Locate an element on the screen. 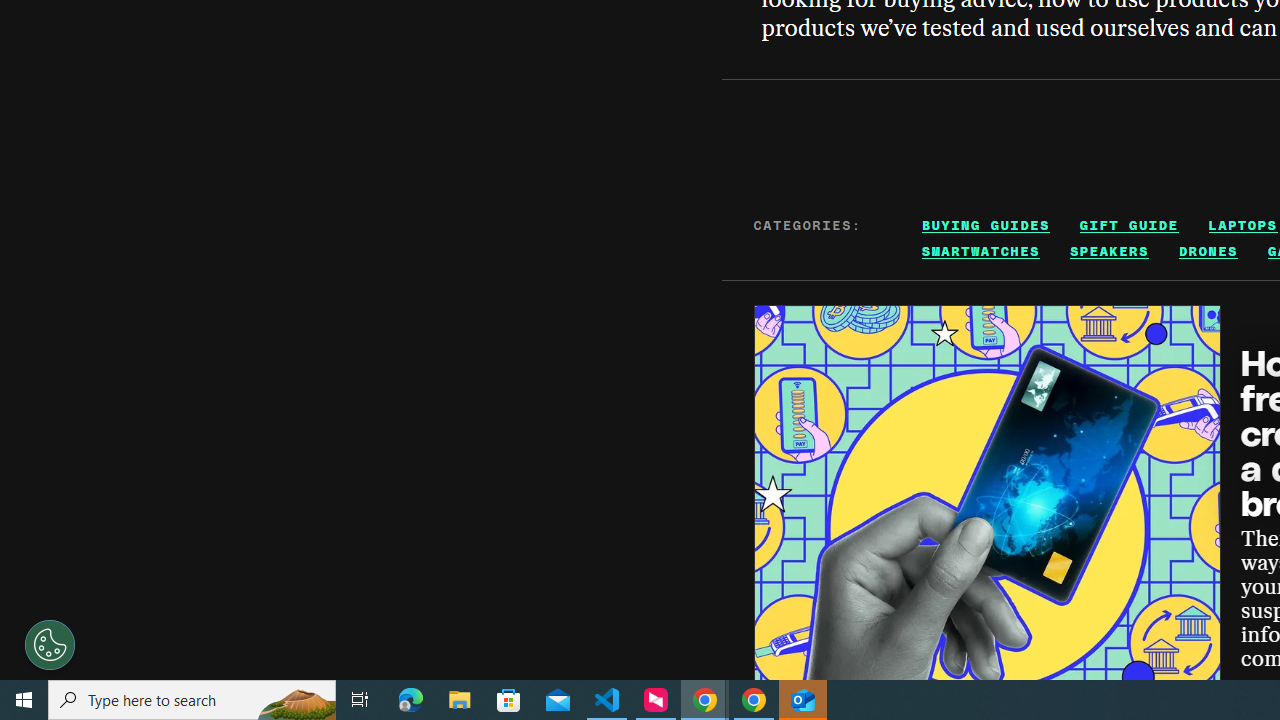 The width and height of the screenshot is (1280, 720). 'Open Preferences' is located at coordinates (50, 645).